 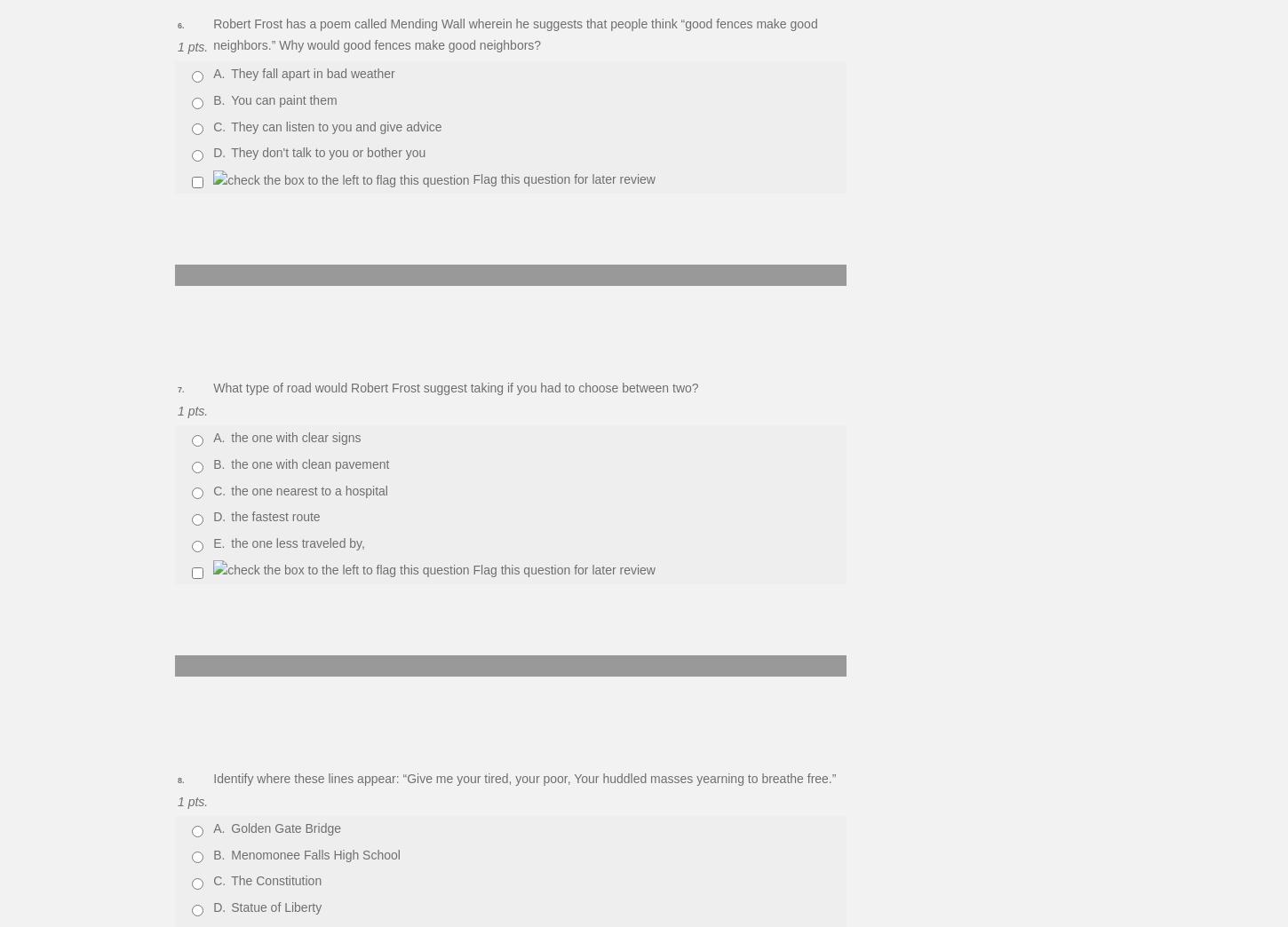 I want to click on 'They fall apart in bad weather', so click(x=313, y=73).